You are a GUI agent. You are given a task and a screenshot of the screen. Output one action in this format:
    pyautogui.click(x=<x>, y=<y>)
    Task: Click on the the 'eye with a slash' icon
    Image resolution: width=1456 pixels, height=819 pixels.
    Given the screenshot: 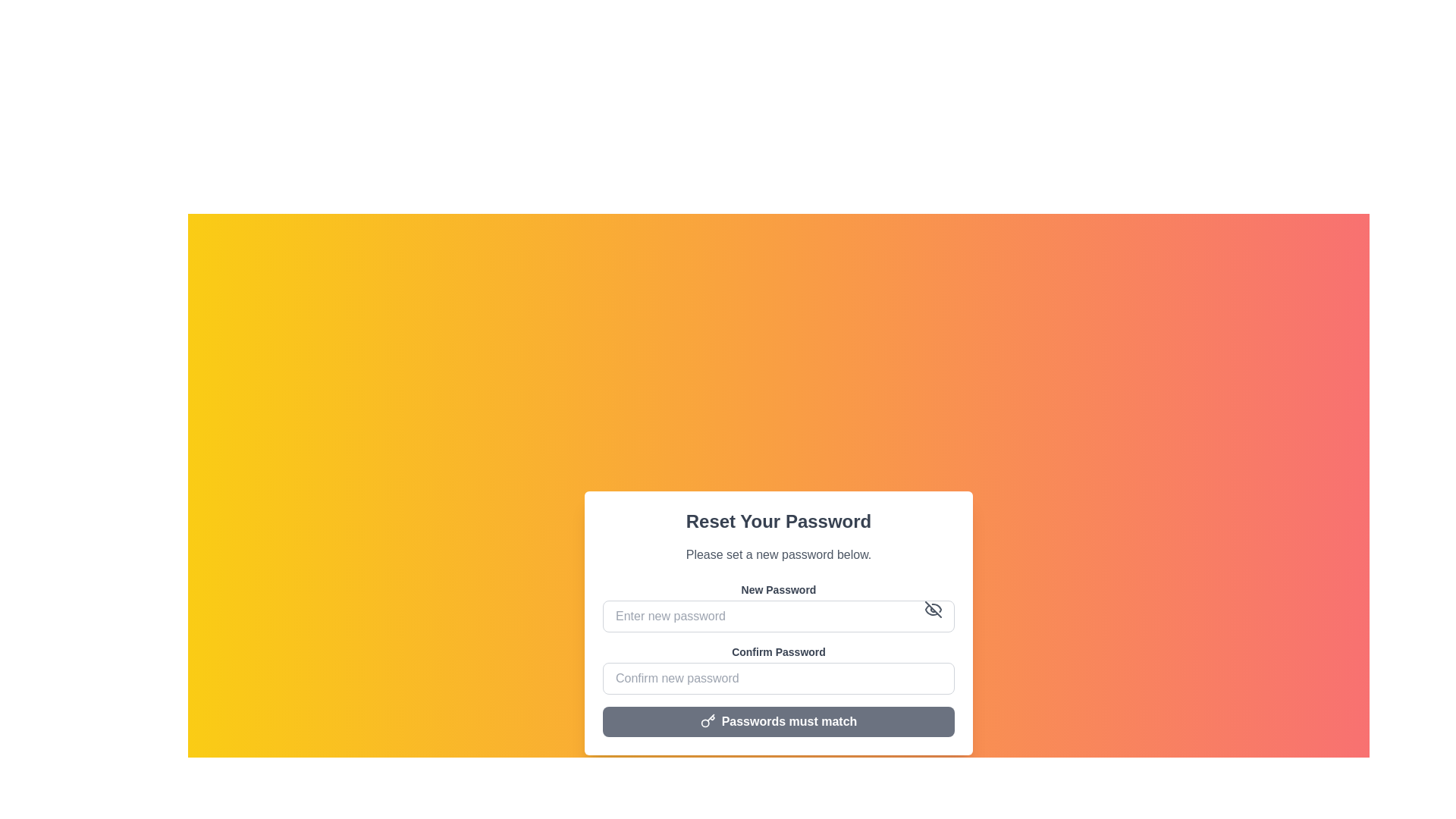 What is the action you would take?
    pyautogui.click(x=932, y=608)
    